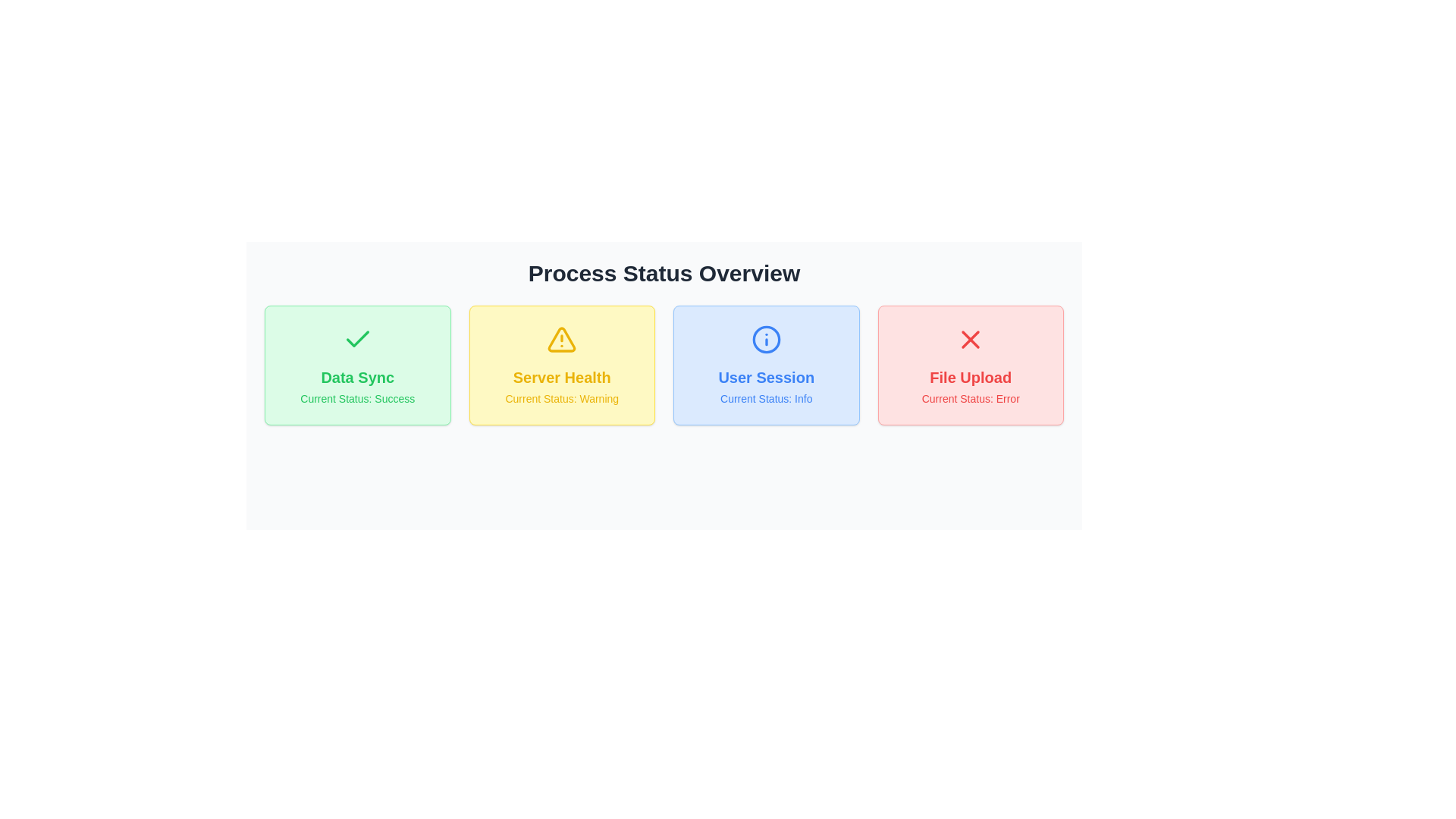 The width and height of the screenshot is (1456, 819). I want to click on the text label displaying the current operational status of the server, which is located at the bottom of the 'Server Health' card component, so click(561, 397).